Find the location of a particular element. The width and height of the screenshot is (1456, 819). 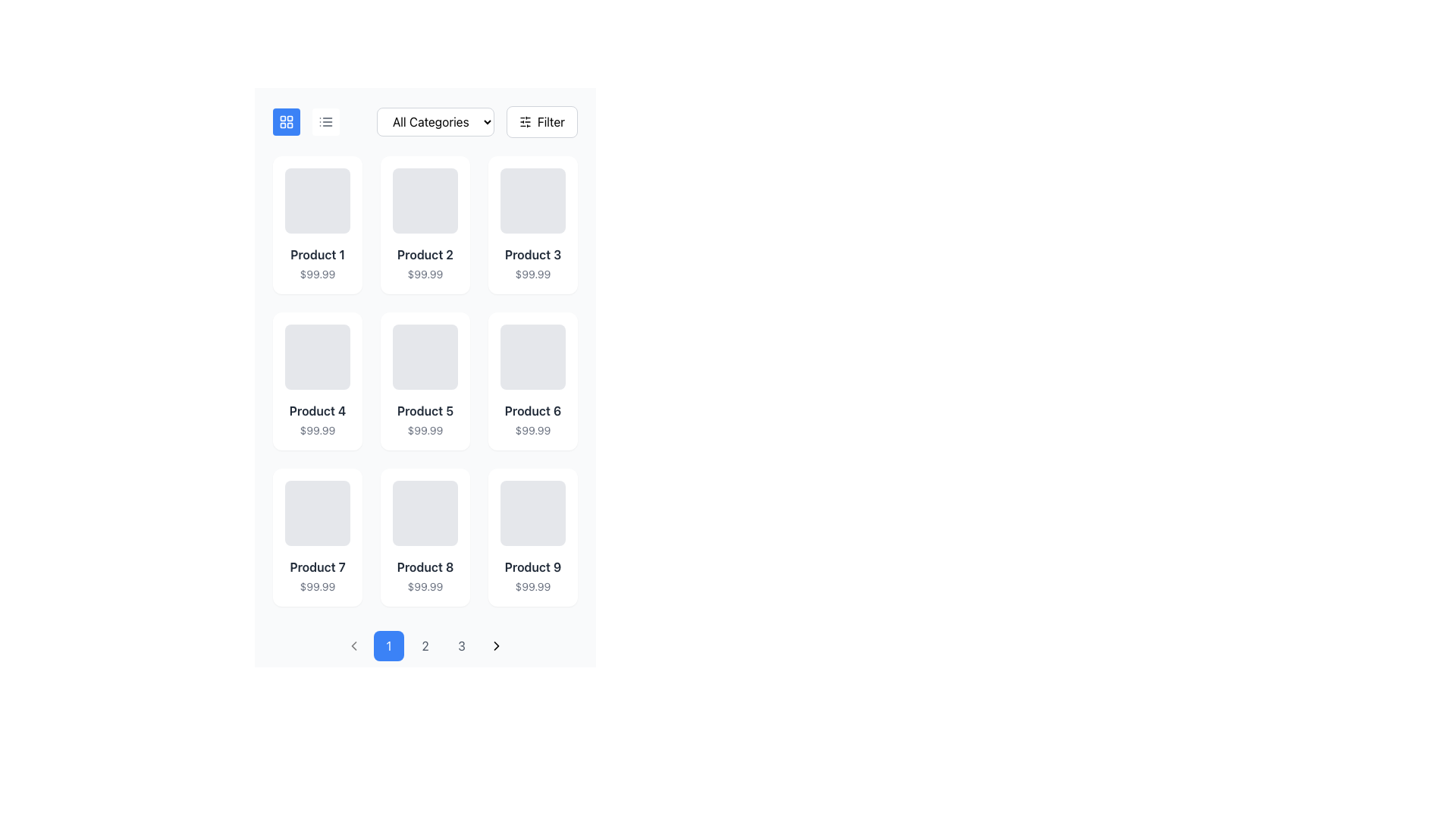

the dropdown menu labeled 'All Categories' which is centrally located at the top of the page, styled with a light gray border and a light blue focus ring when active is located at coordinates (435, 121).